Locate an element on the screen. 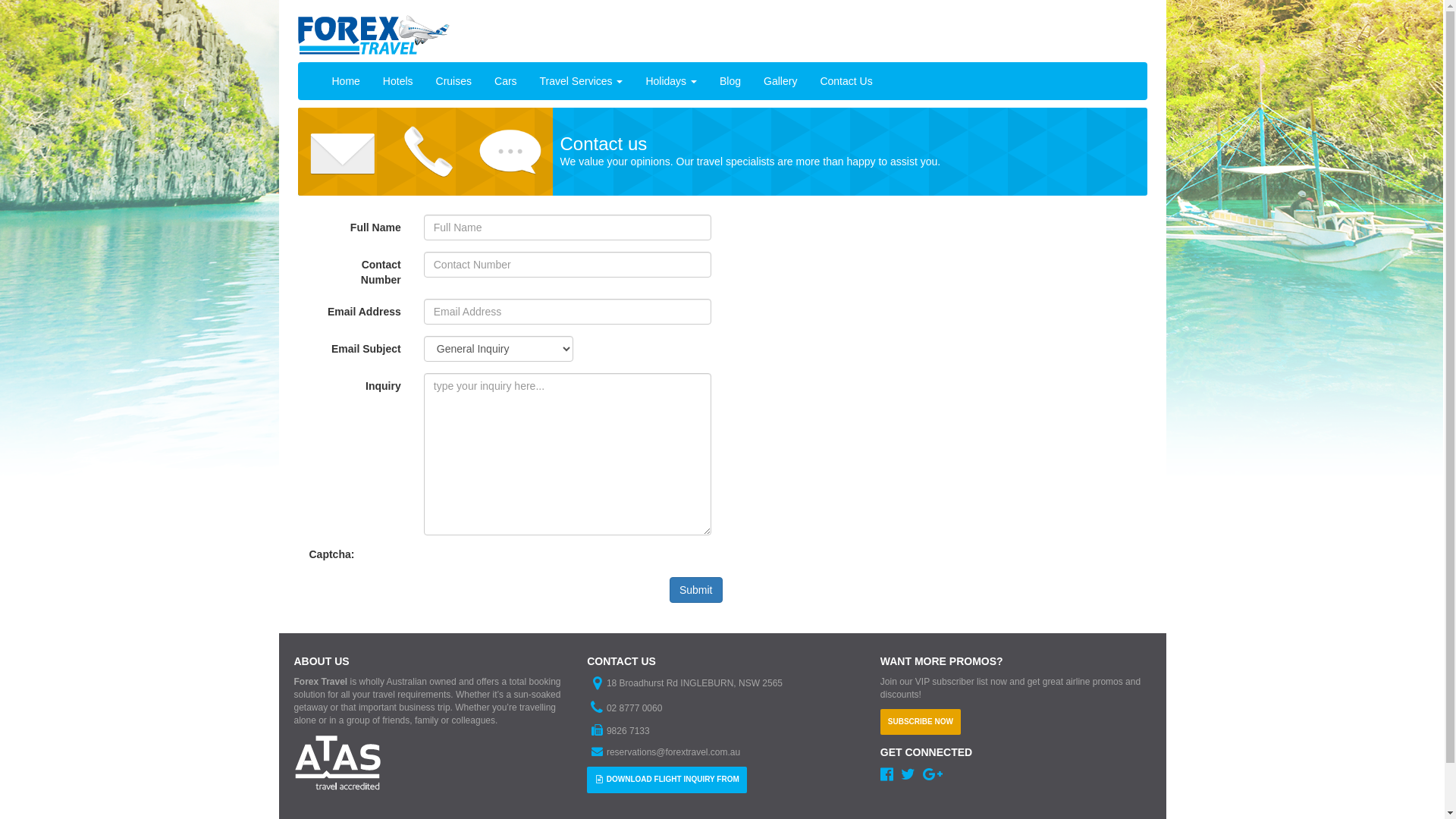 The width and height of the screenshot is (1456, 819). 'Blog' is located at coordinates (730, 81).